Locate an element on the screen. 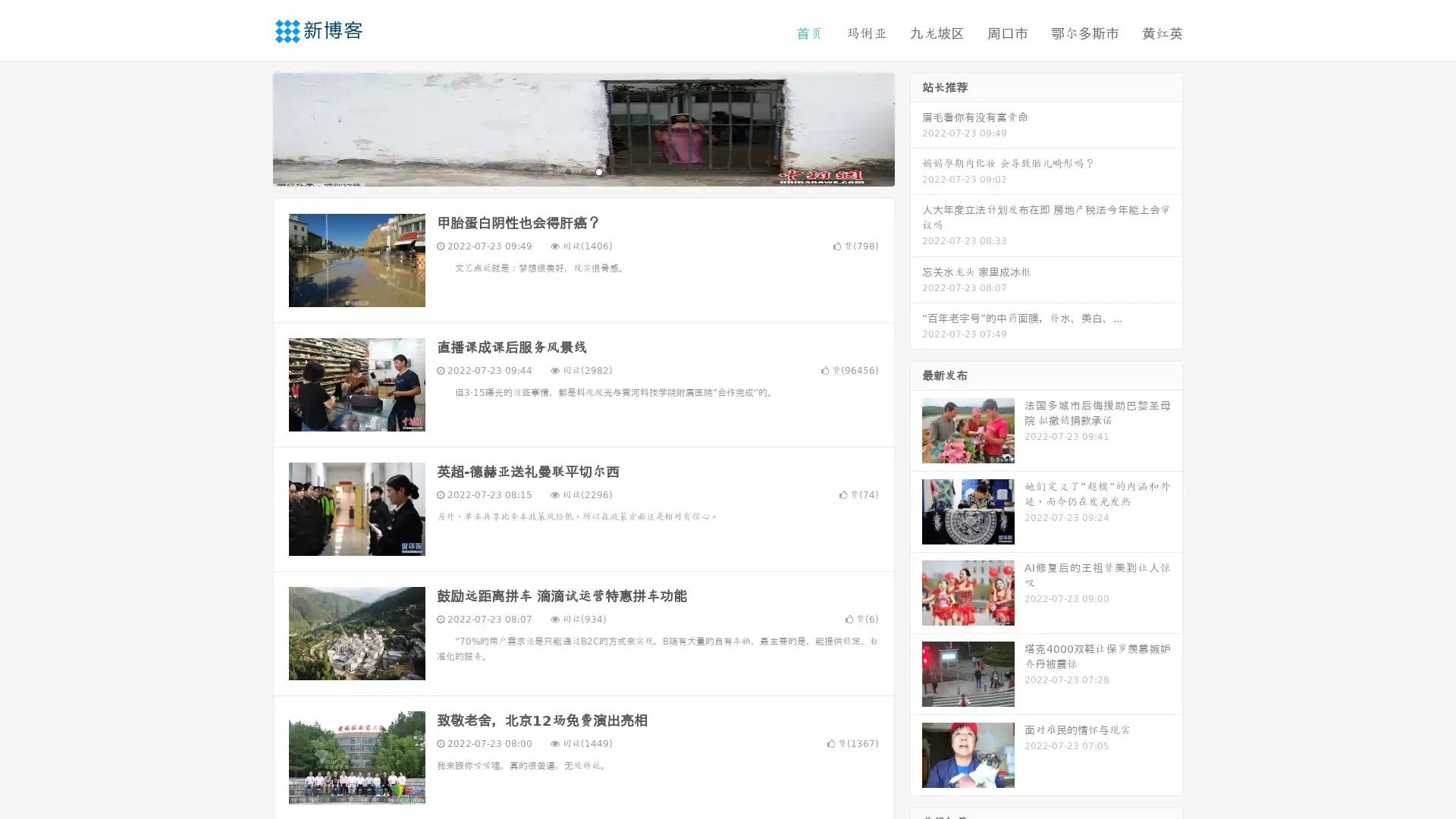  Previous slide is located at coordinates (250, 127).